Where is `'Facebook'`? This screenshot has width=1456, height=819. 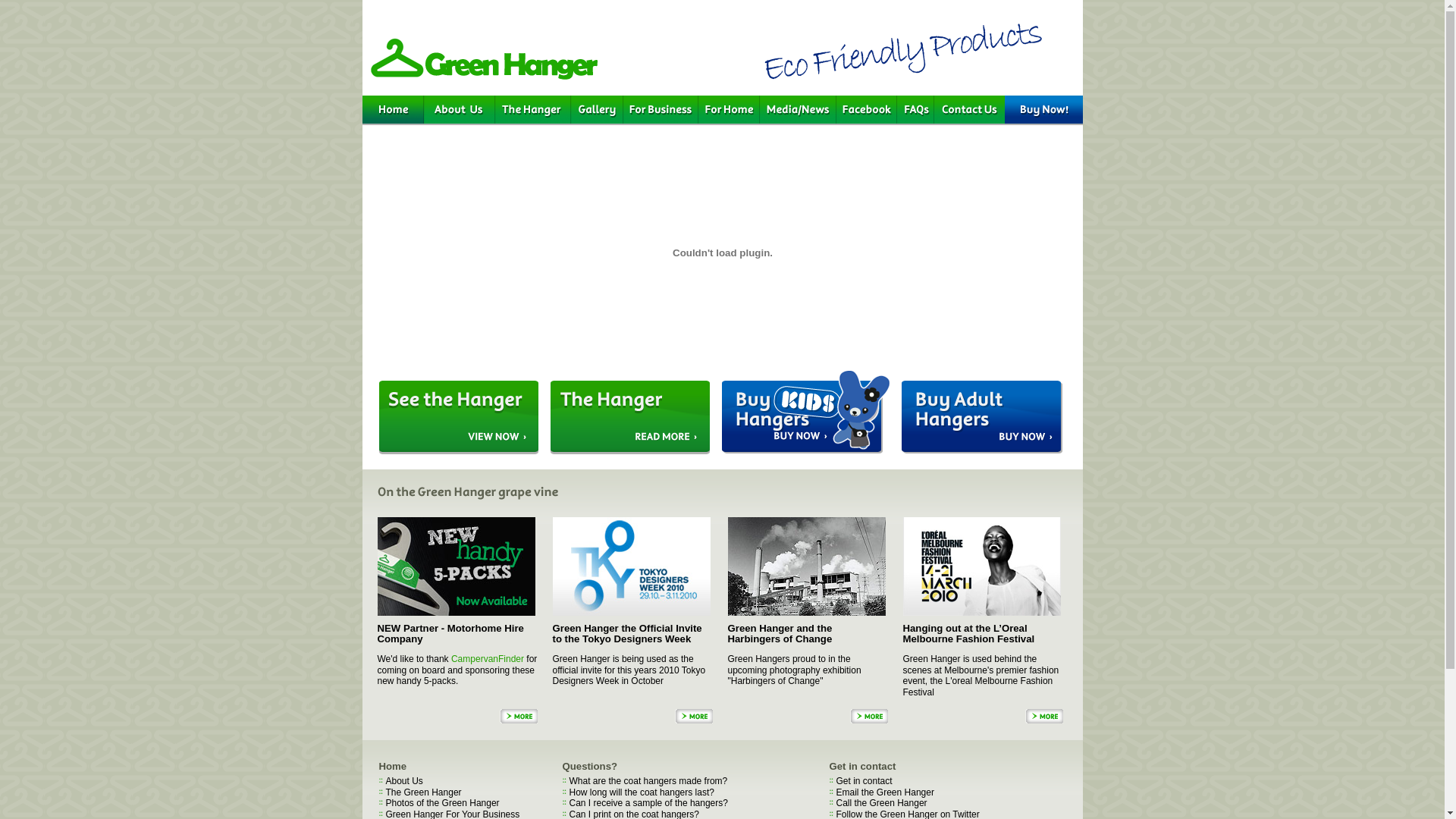 'Facebook' is located at coordinates (866, 109).